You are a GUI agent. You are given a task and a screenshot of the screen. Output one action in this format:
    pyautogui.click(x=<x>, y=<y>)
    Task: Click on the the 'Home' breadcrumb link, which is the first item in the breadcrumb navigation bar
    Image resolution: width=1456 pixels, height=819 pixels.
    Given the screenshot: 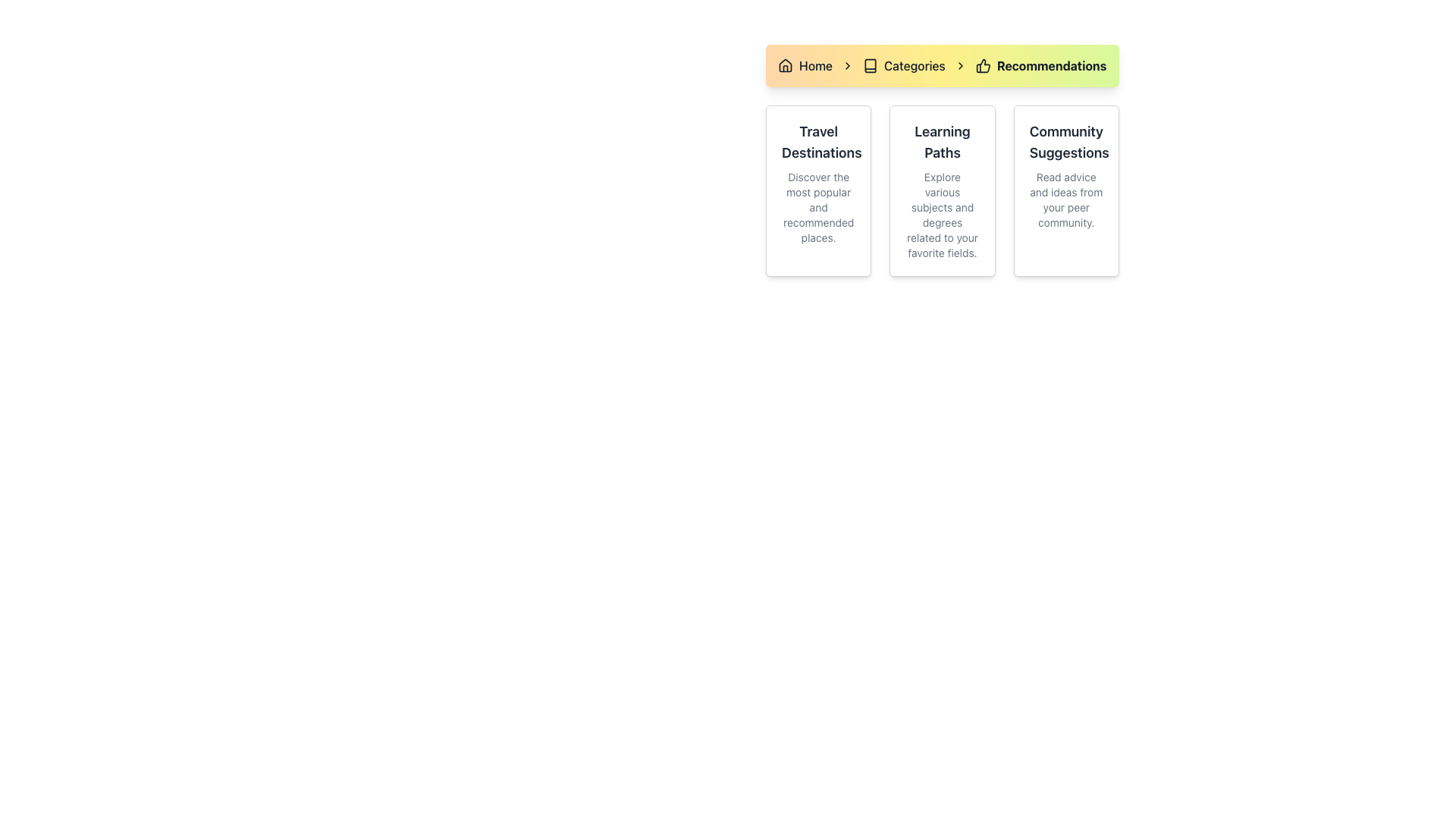 What is the action you would take?
    pyautogui.click(x=804, y=65)
    